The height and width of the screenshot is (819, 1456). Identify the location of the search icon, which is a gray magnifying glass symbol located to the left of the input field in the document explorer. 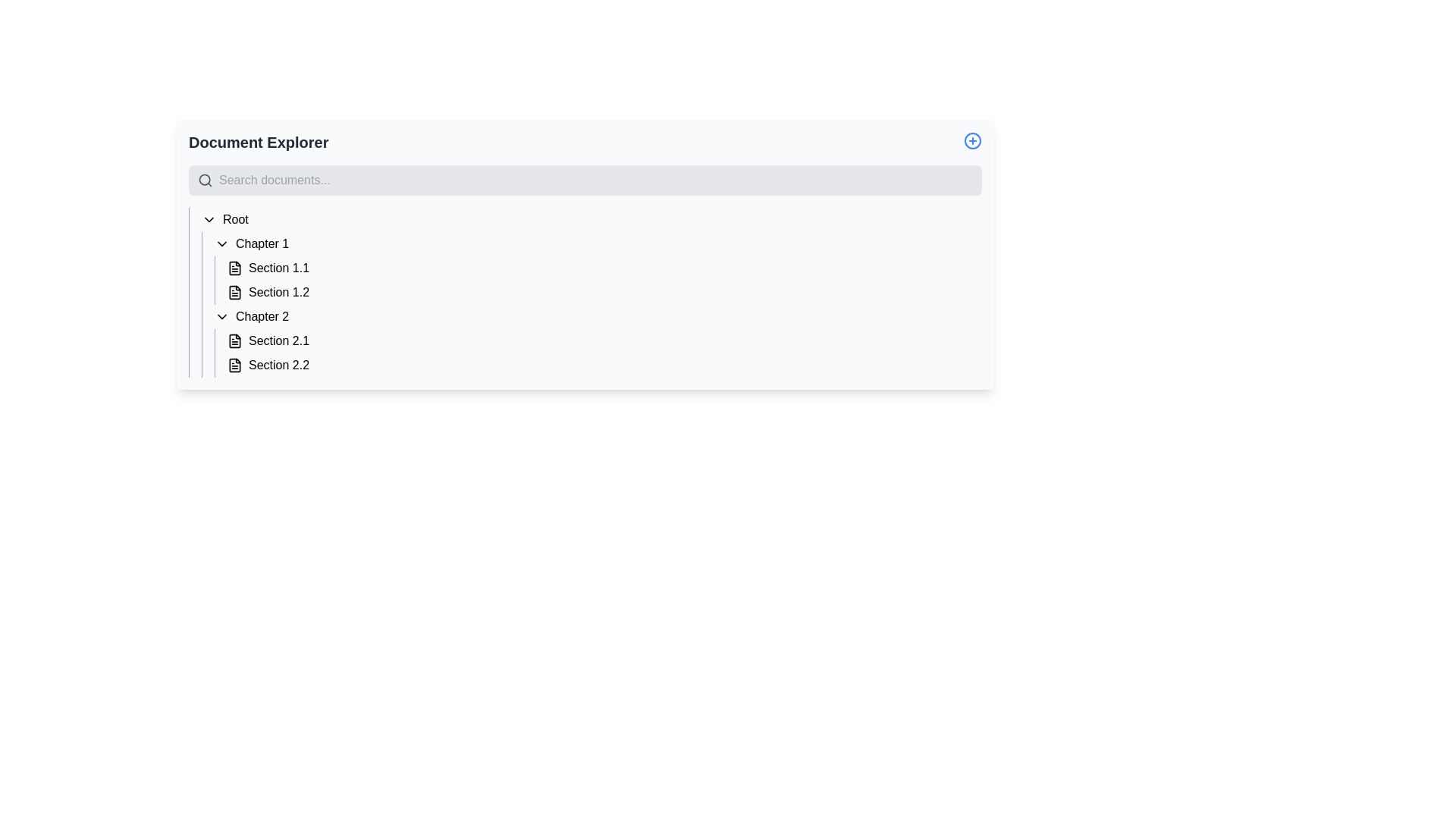
(204, 180).